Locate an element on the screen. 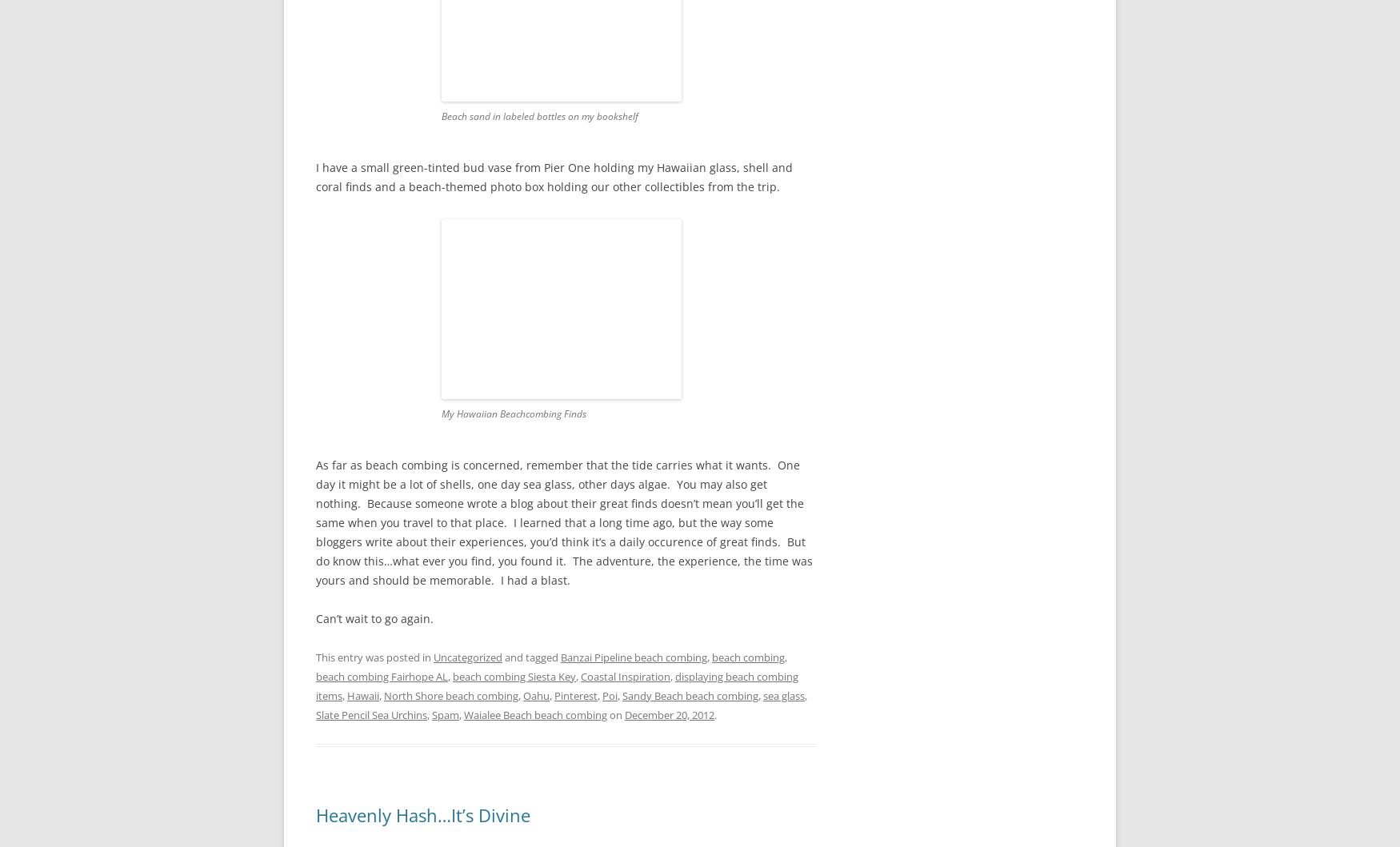 The height and width of the screenshot is (847, 1400). 'beach combing' is located at coordinates (747, 656).